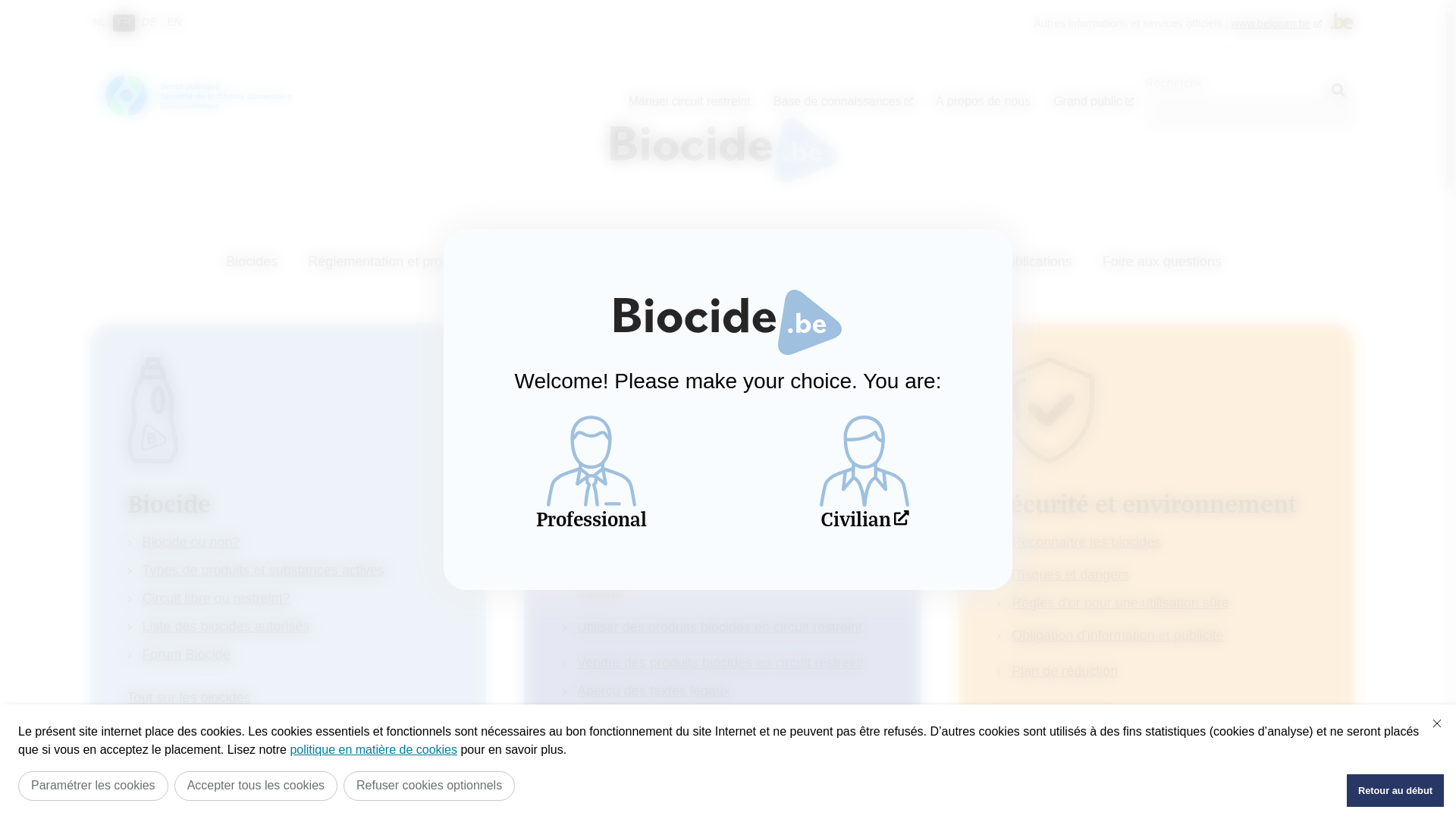 This screenshot has height=819, width=1456. Describe the element at coordinates (251, 265) in the screenshot. I see `'Biocides'` at that location.